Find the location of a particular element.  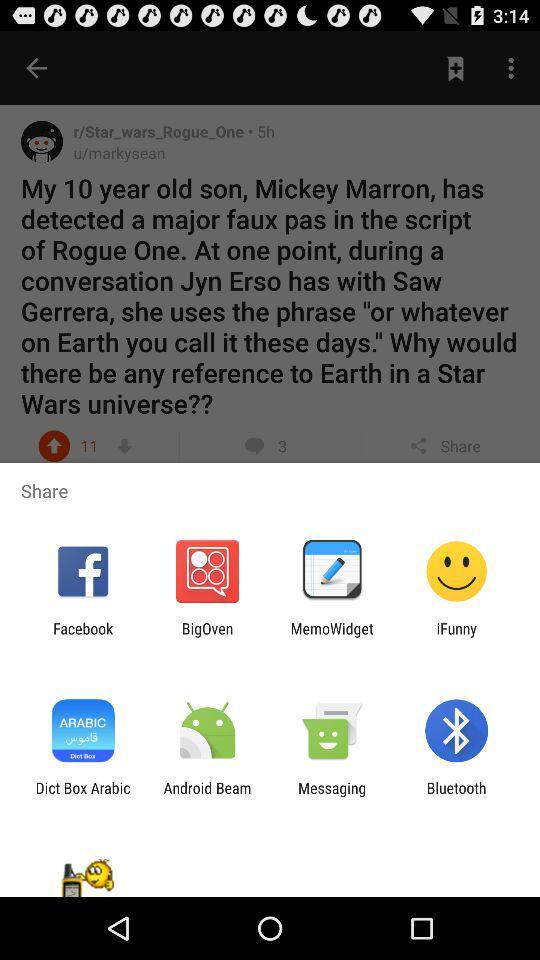

the android beam app is located at coordinates (206, 796).